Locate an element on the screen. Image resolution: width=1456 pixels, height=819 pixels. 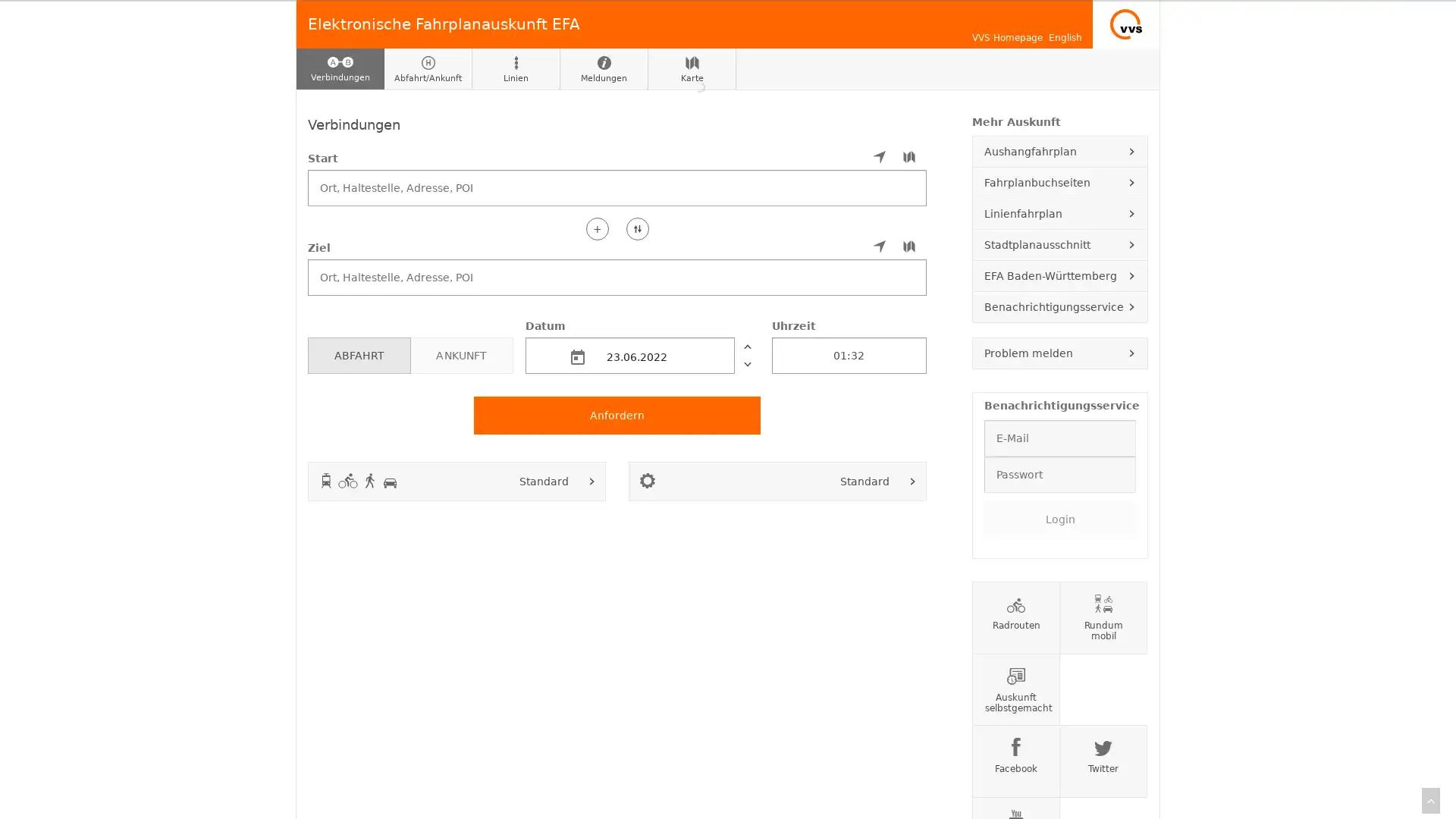
Meldungen is located at coordinates (603, 69).